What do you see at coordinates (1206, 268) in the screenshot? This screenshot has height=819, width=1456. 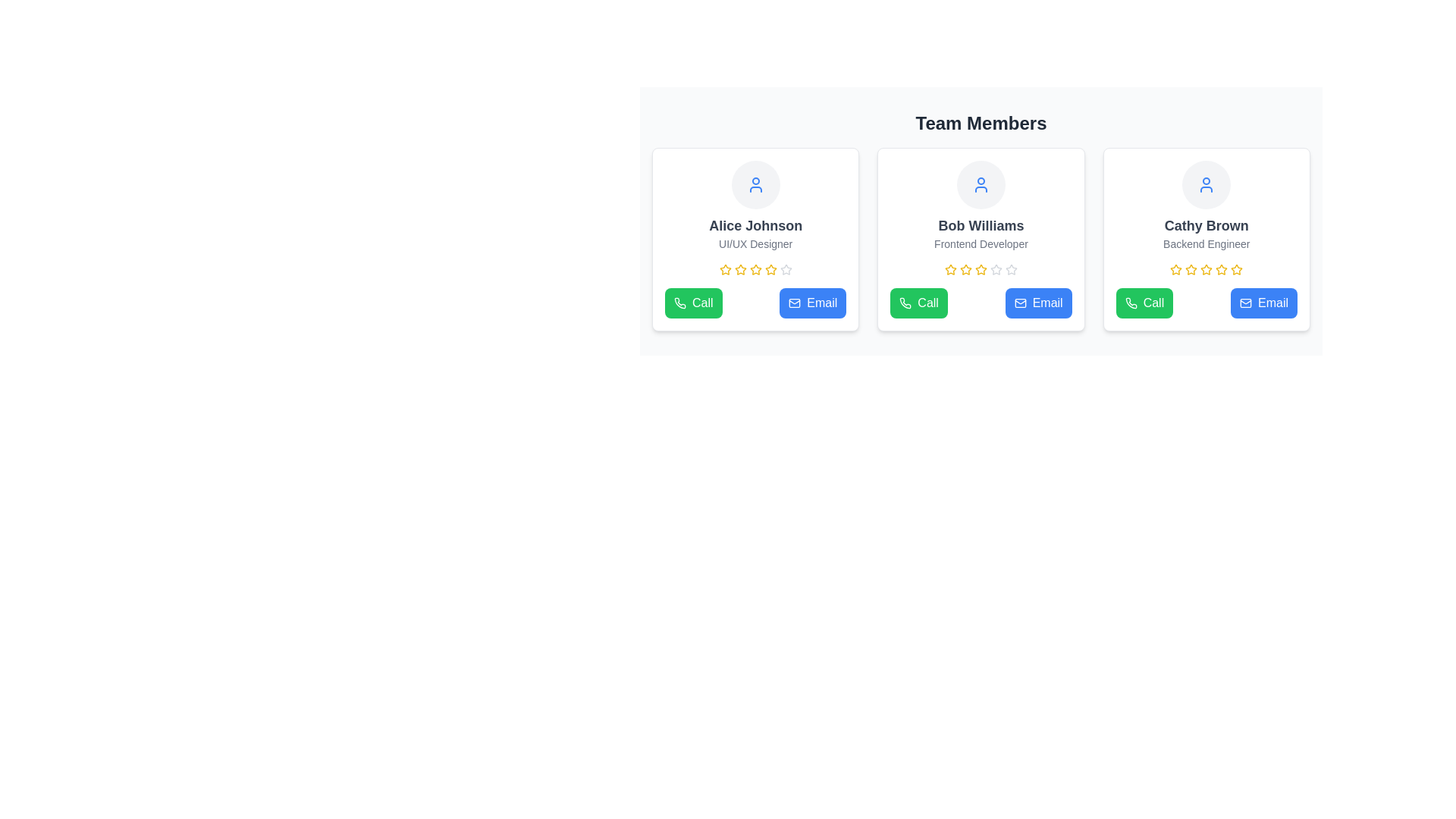 I see `the second star icon in the rating system located below the 'Cathy Brown' card in the 'Team Members' section` at bounding box center [1206, 268].